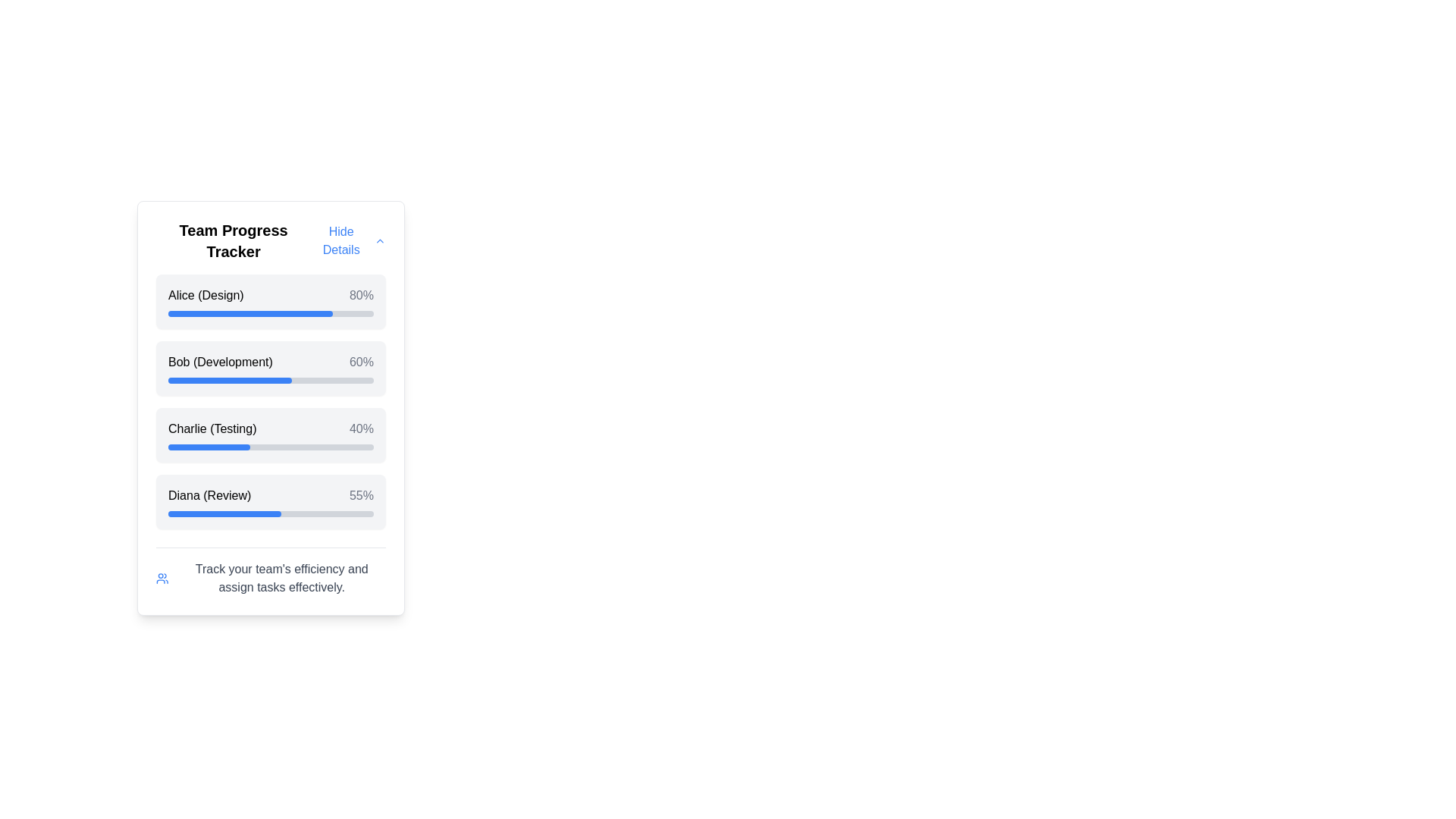 This screenshot has width=1456, height=819. I want to click on the text label displaying 'Charlie (Testing)' in the Team Progress Tracker, which is left-aligned in the third row and followed by a percentage value '40%', so click(212, 429).